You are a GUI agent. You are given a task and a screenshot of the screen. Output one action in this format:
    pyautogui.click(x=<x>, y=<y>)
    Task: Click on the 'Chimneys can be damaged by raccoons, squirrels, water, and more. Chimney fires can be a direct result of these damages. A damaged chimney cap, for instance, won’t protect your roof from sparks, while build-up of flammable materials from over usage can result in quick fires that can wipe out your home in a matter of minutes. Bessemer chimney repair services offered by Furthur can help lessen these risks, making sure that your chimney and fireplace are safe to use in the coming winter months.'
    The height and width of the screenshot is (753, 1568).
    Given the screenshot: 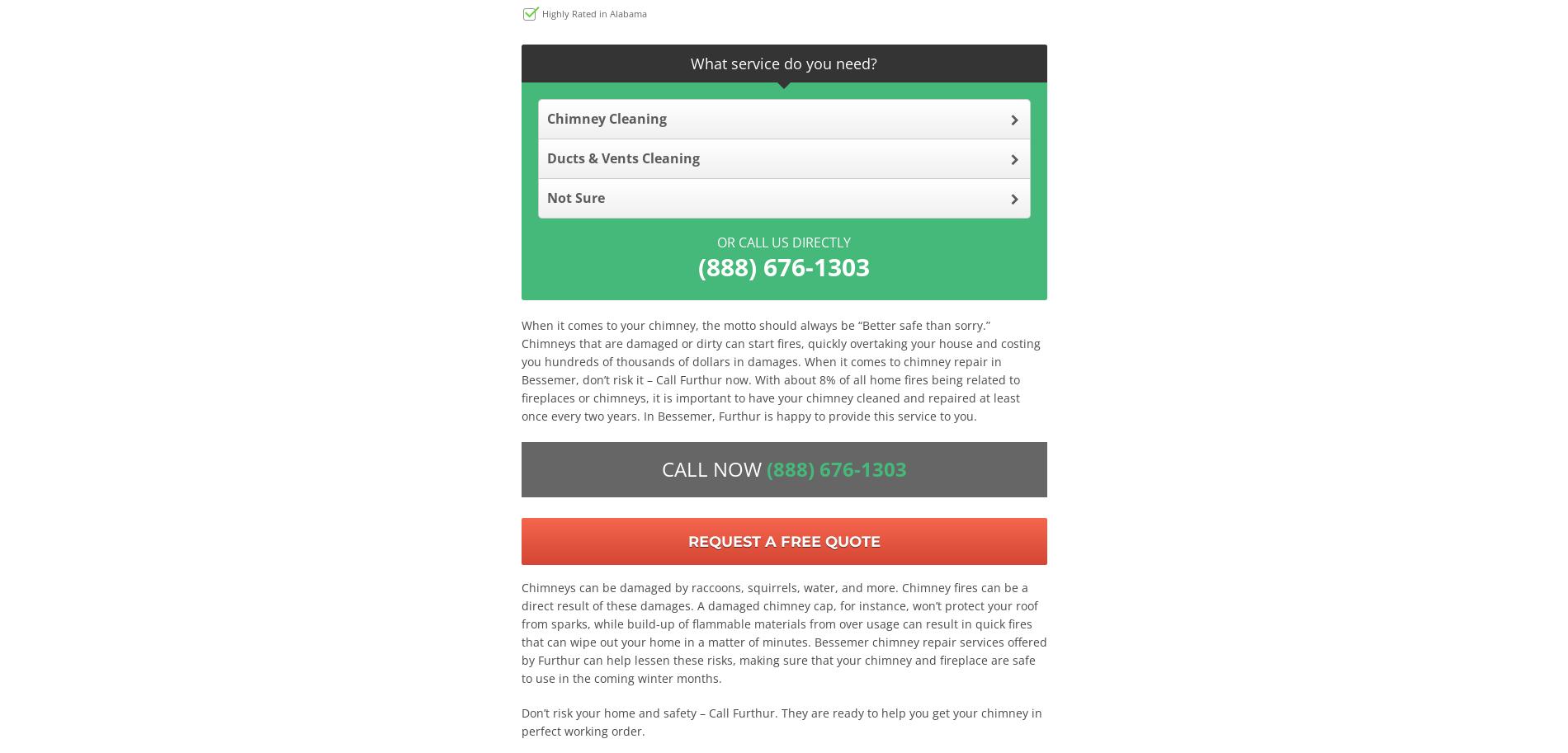 What is the action you would take?
    pyautogui.click(x=782, y=632)
    